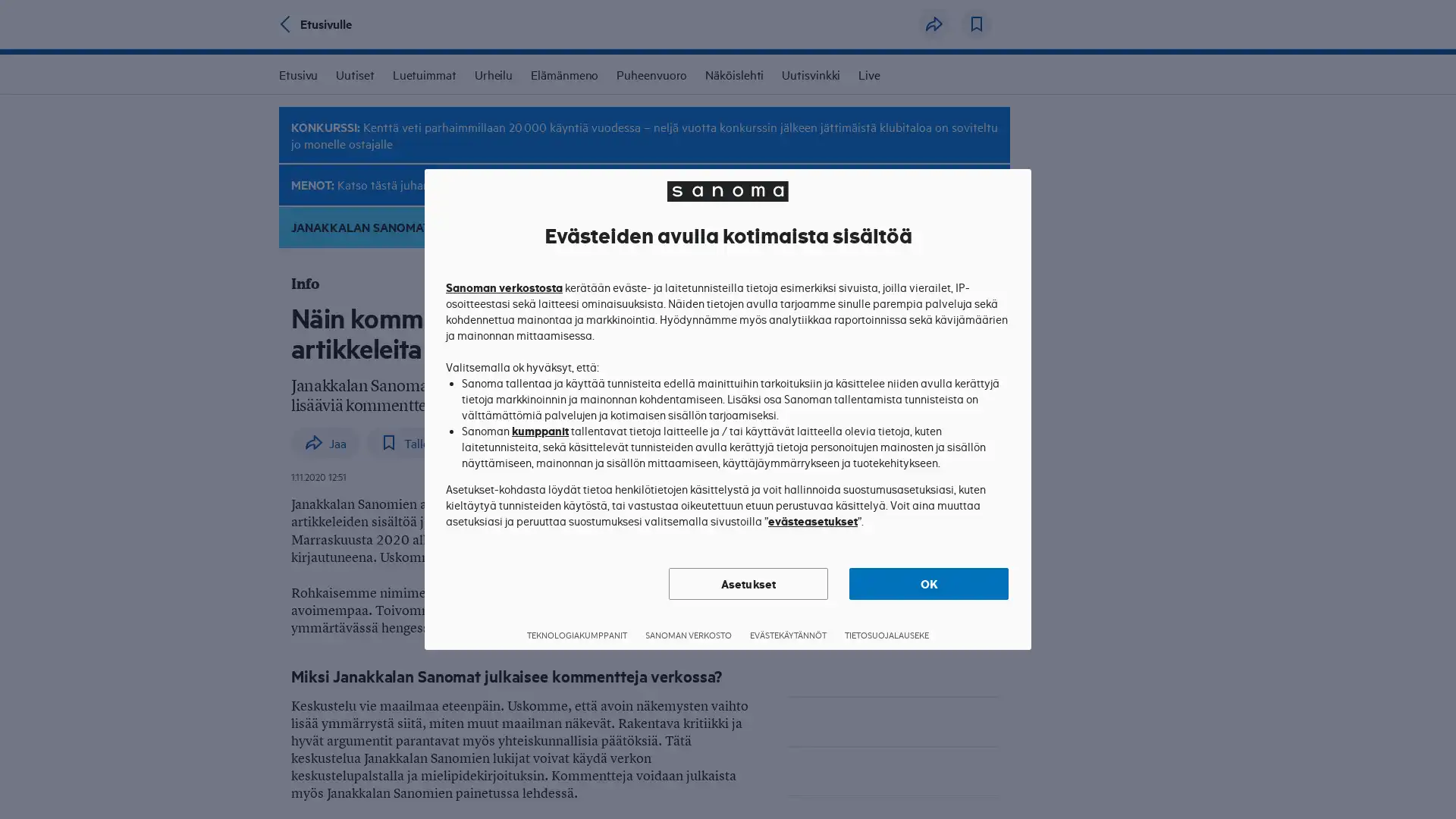 Image resolution: width=1456 pixels, height=819 pixels. I want to click on Jaa, so click(934, 24).